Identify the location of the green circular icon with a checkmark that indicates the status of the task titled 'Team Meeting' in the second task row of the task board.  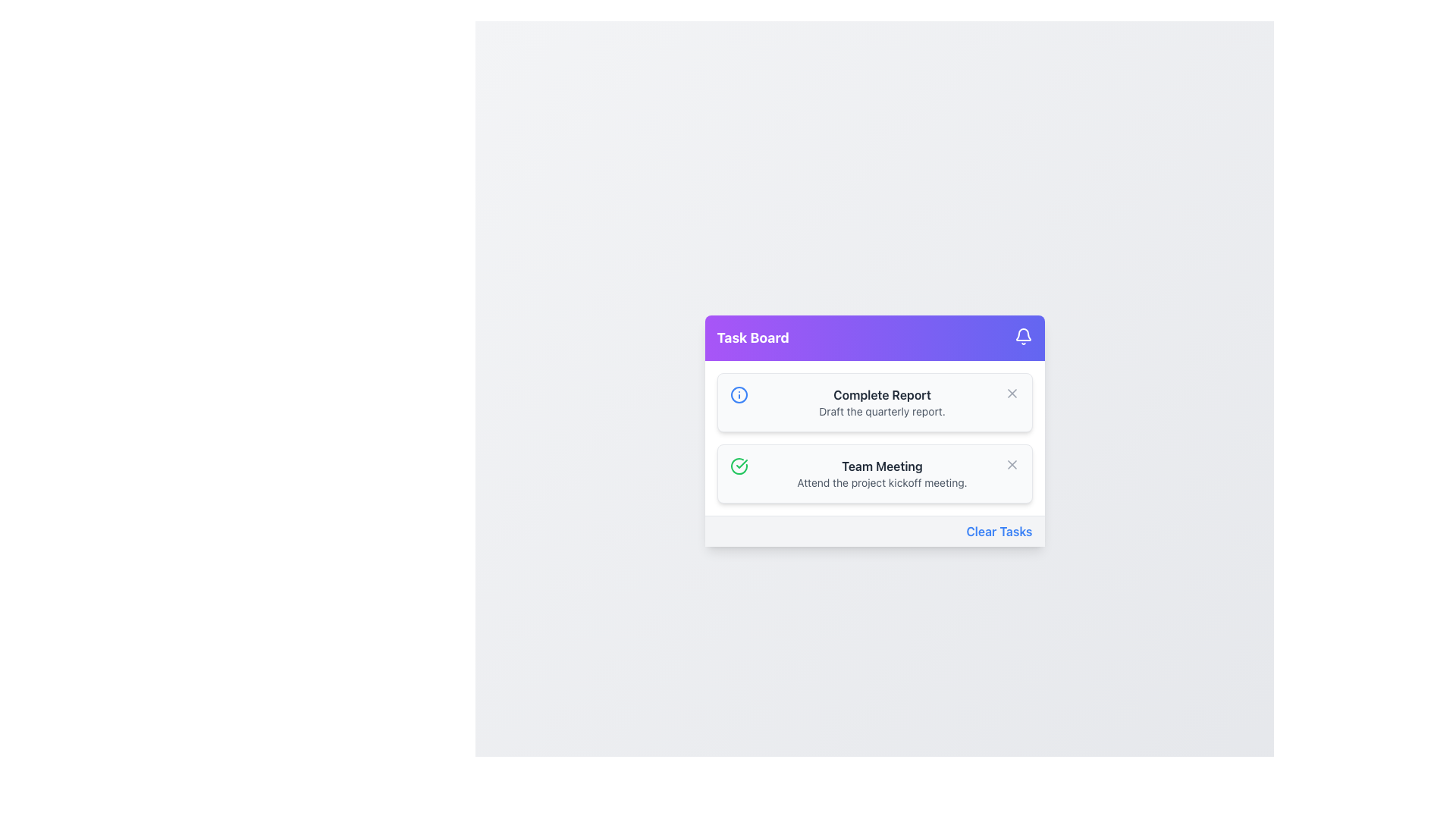
(739, 465).